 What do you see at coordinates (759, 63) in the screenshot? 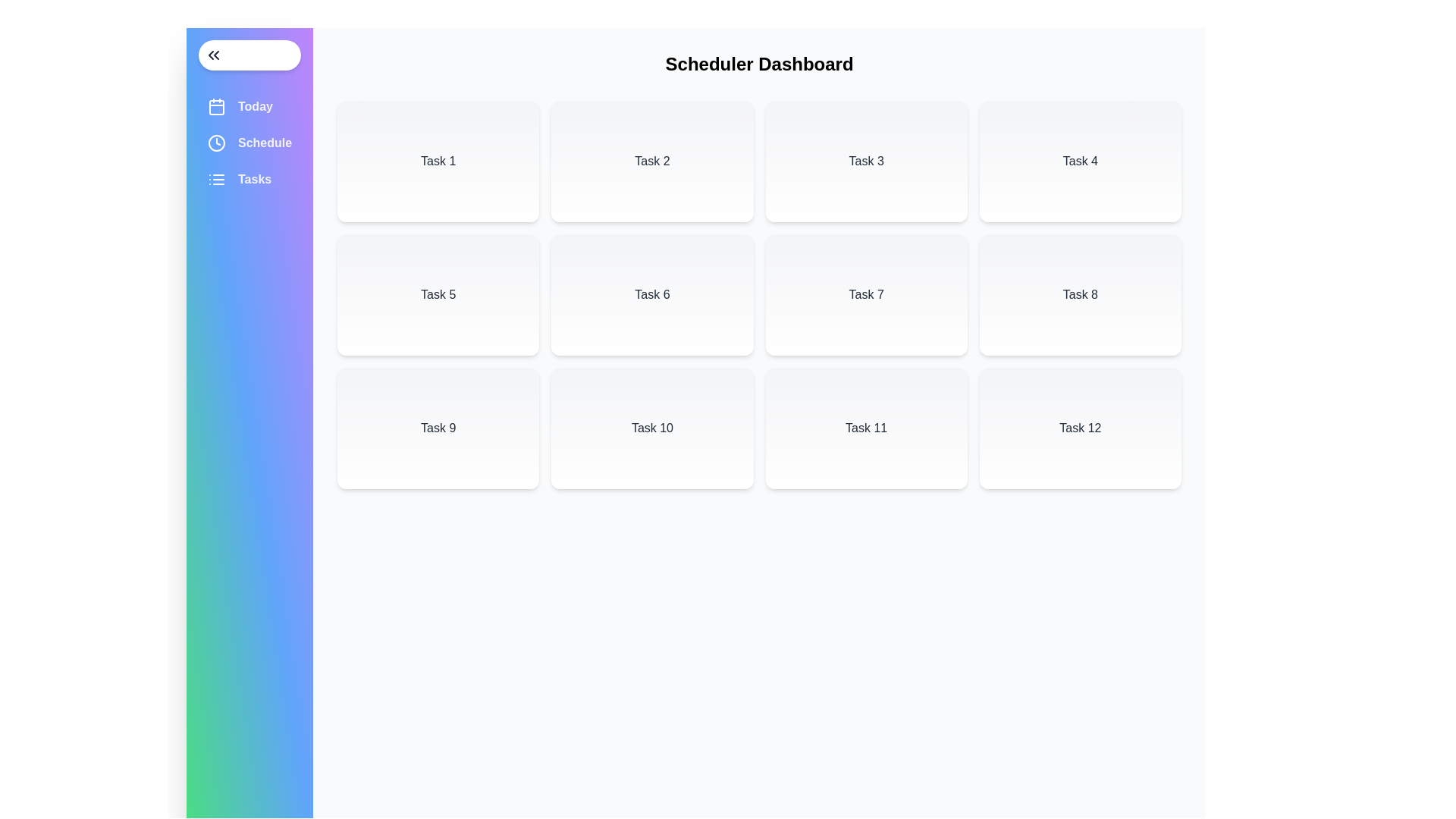
I see `the 'Scheduler Dashboard' title text to focus on it` at bounding box center [759, 63].